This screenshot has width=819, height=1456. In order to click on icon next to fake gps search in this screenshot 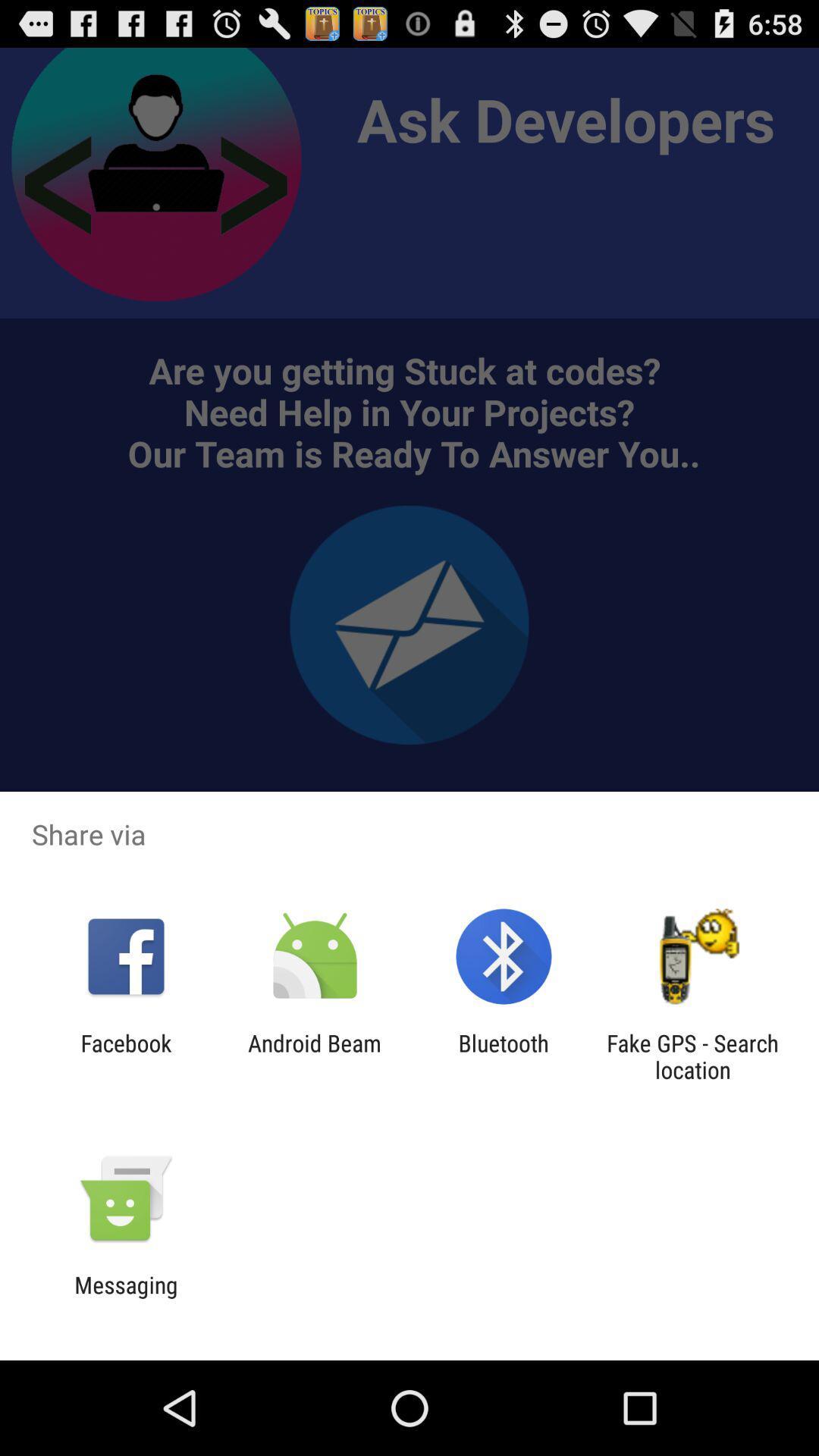, I will do `click(504, 1056)`.